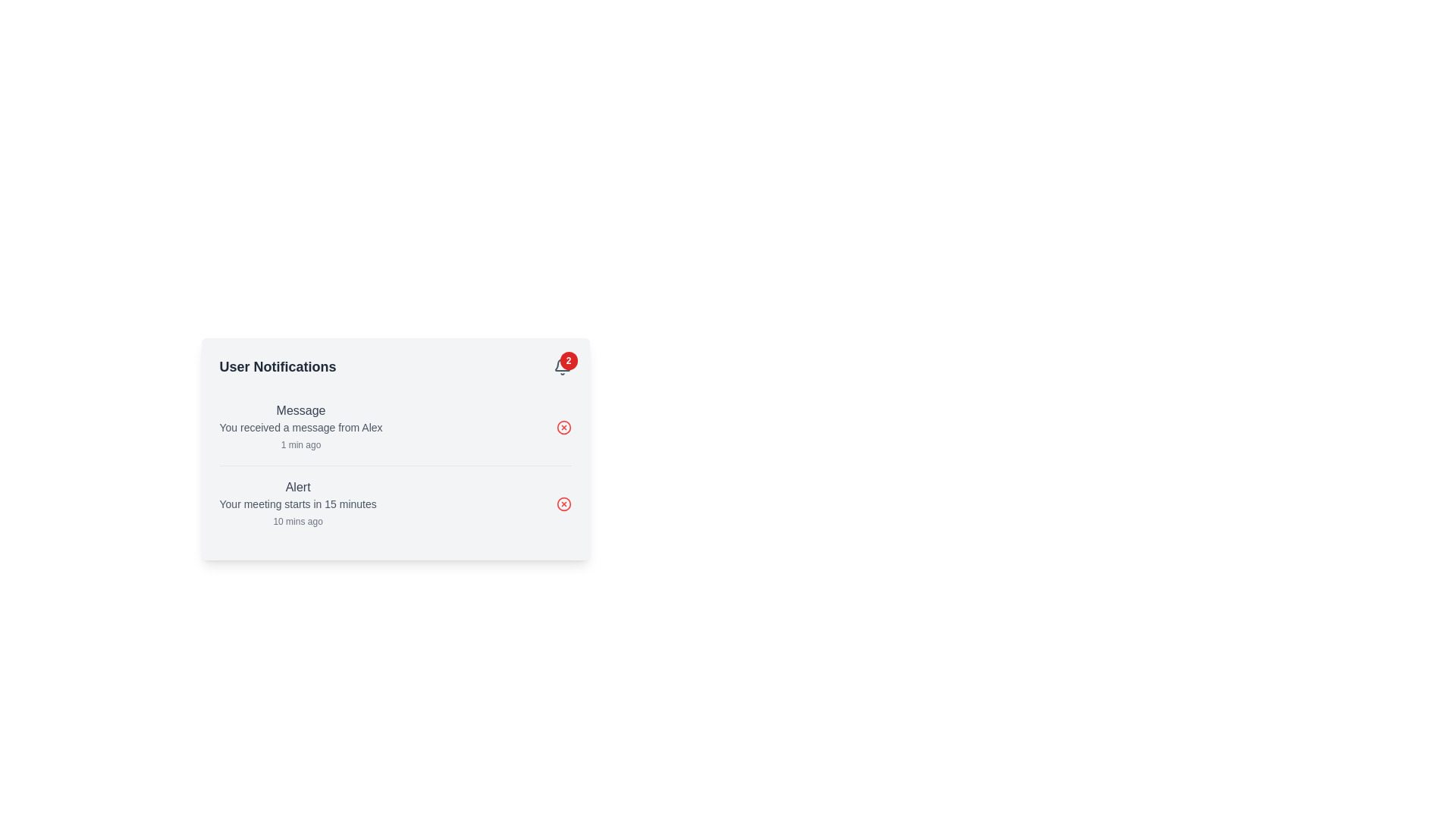 This screenshot has width=1456, height=819. What do you see at coordinates (561, 365) in the screenshot?
I see `the lower part of the outlined bell icon, specifically its bottom curve and clapper, located in the top-right corner of the notification panel` at bounding box center [561, 365].